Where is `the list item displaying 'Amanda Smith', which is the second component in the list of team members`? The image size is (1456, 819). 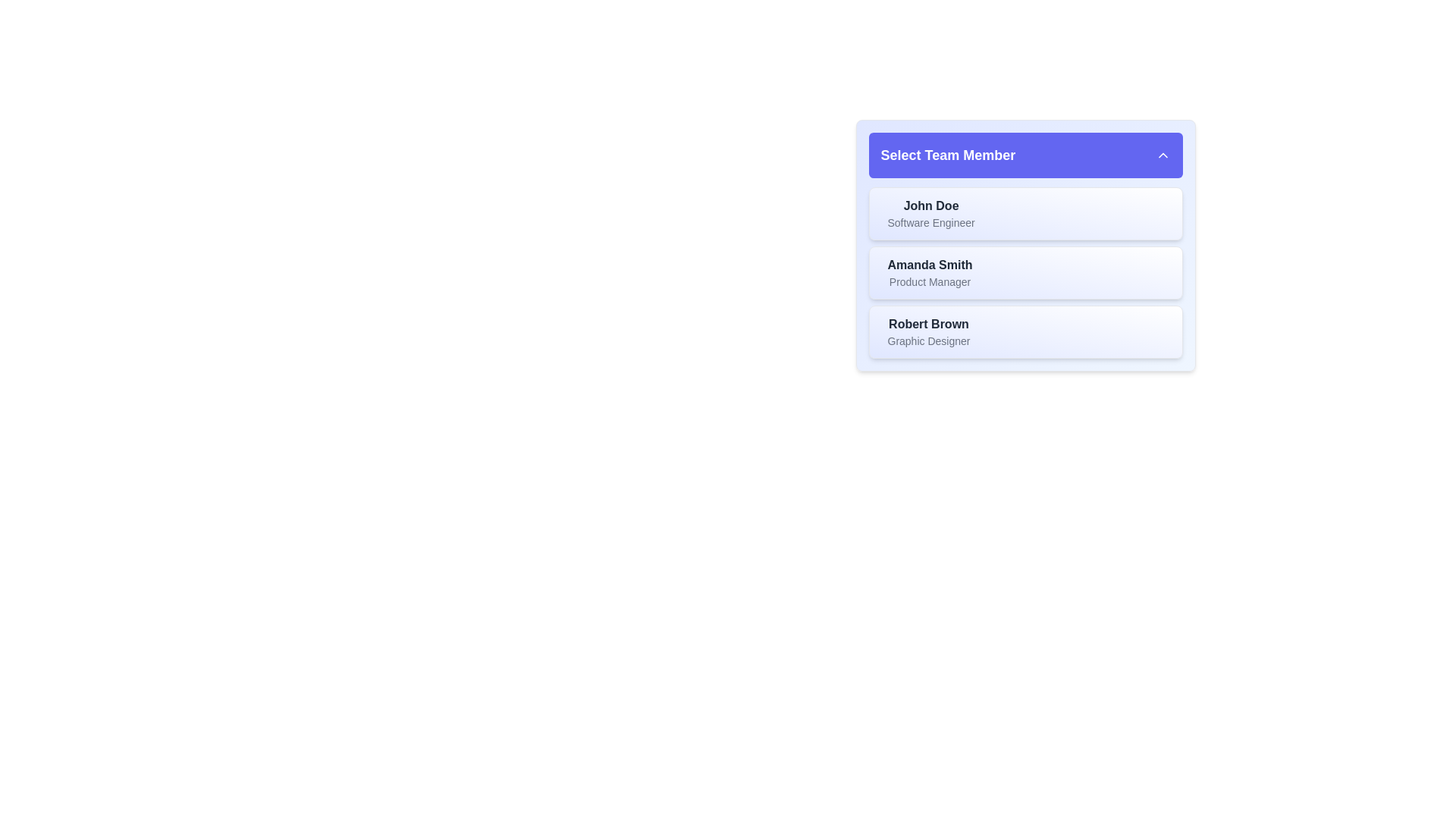 the list item displaying 'Amanda Smith', which is the second component in the list of team members is located at coordinates (1025, 271).